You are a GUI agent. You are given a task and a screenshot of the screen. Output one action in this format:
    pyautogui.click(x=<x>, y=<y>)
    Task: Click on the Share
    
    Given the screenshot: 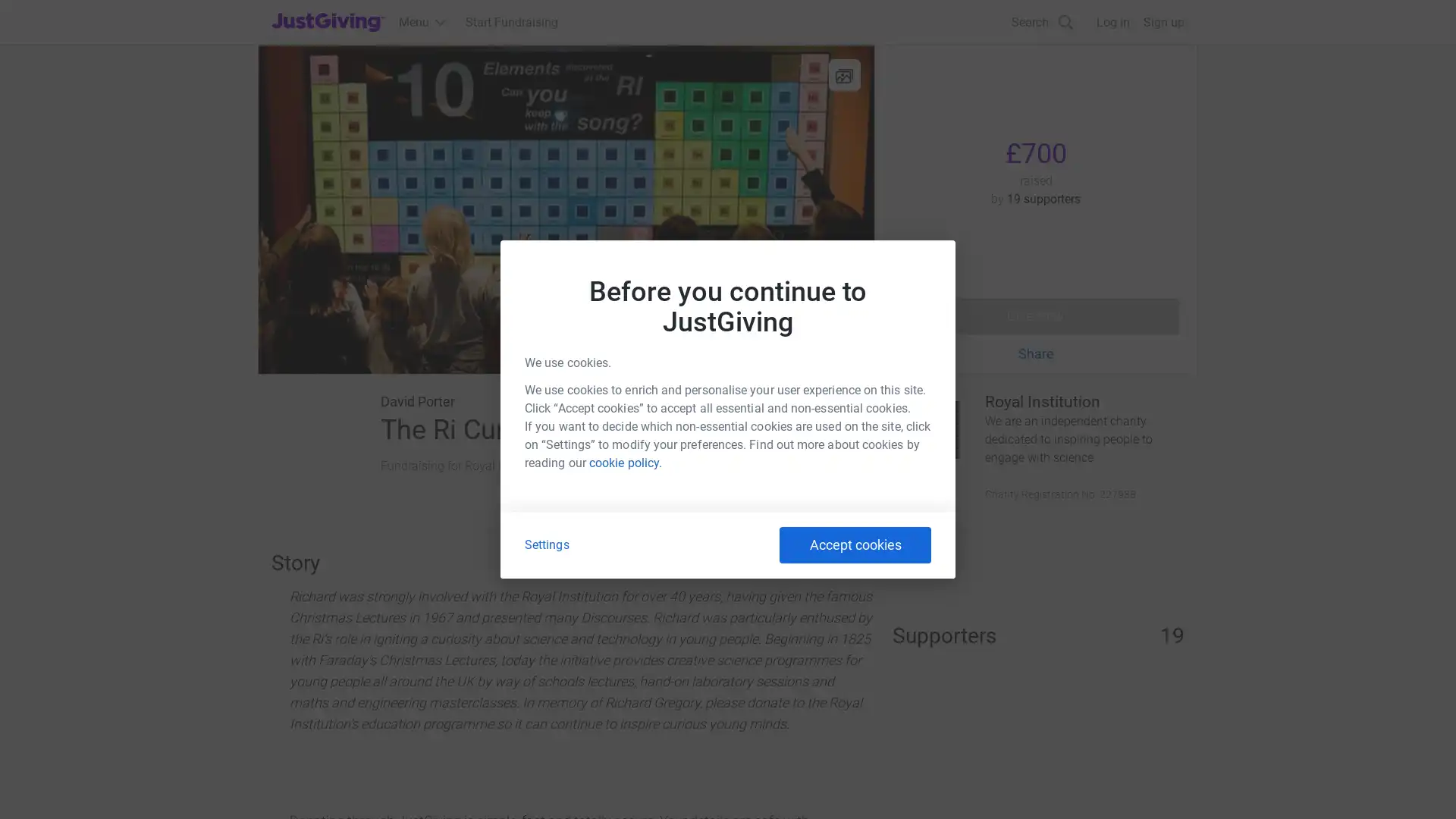 What is the action you would take?
    pyautogui.click(x=1035, y=353)
    